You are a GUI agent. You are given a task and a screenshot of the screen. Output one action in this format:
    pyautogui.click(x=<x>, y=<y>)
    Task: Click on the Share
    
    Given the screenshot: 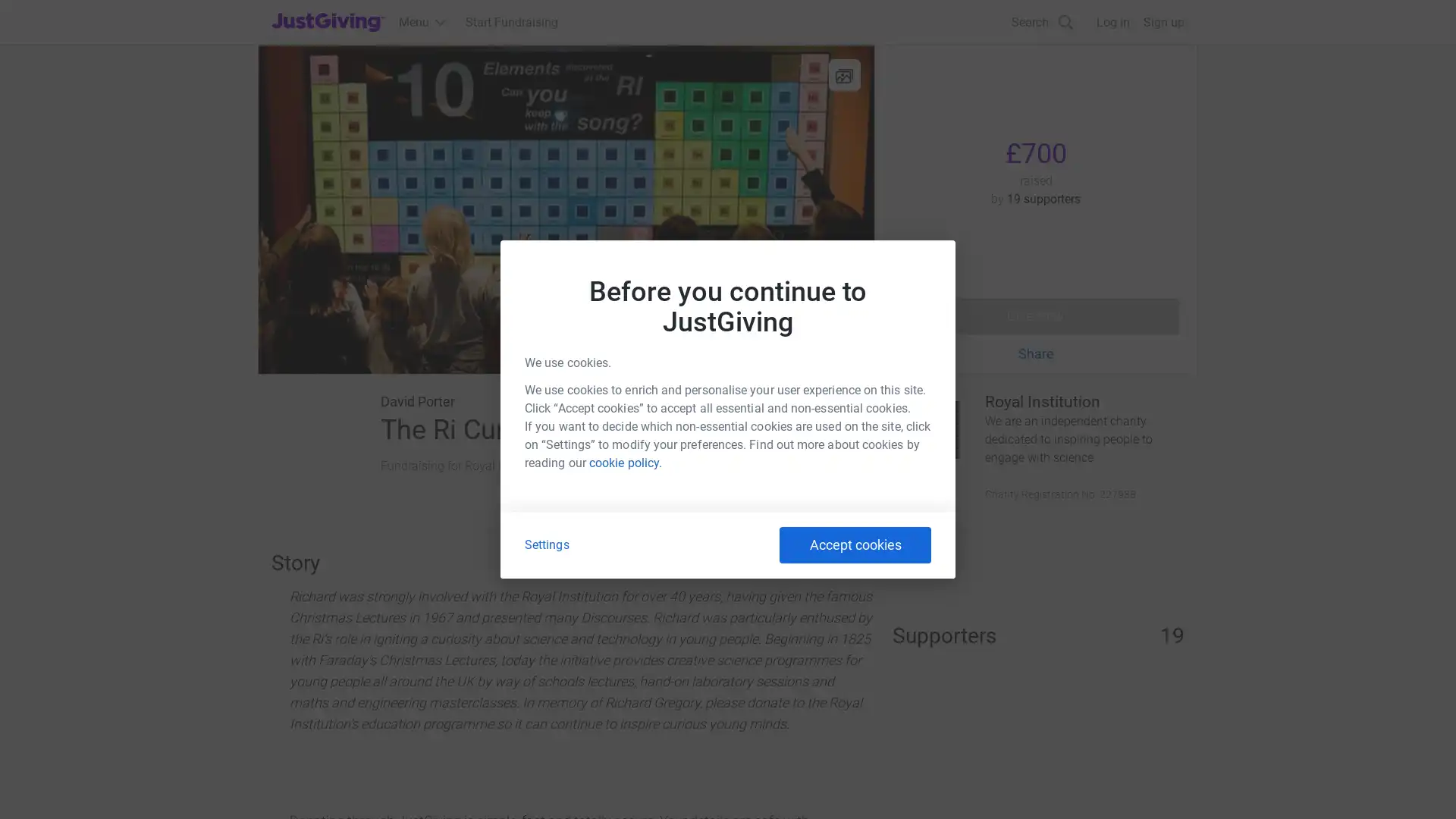 What is the action you would take?
    pyautogui.click(x=1035, y=353)
    